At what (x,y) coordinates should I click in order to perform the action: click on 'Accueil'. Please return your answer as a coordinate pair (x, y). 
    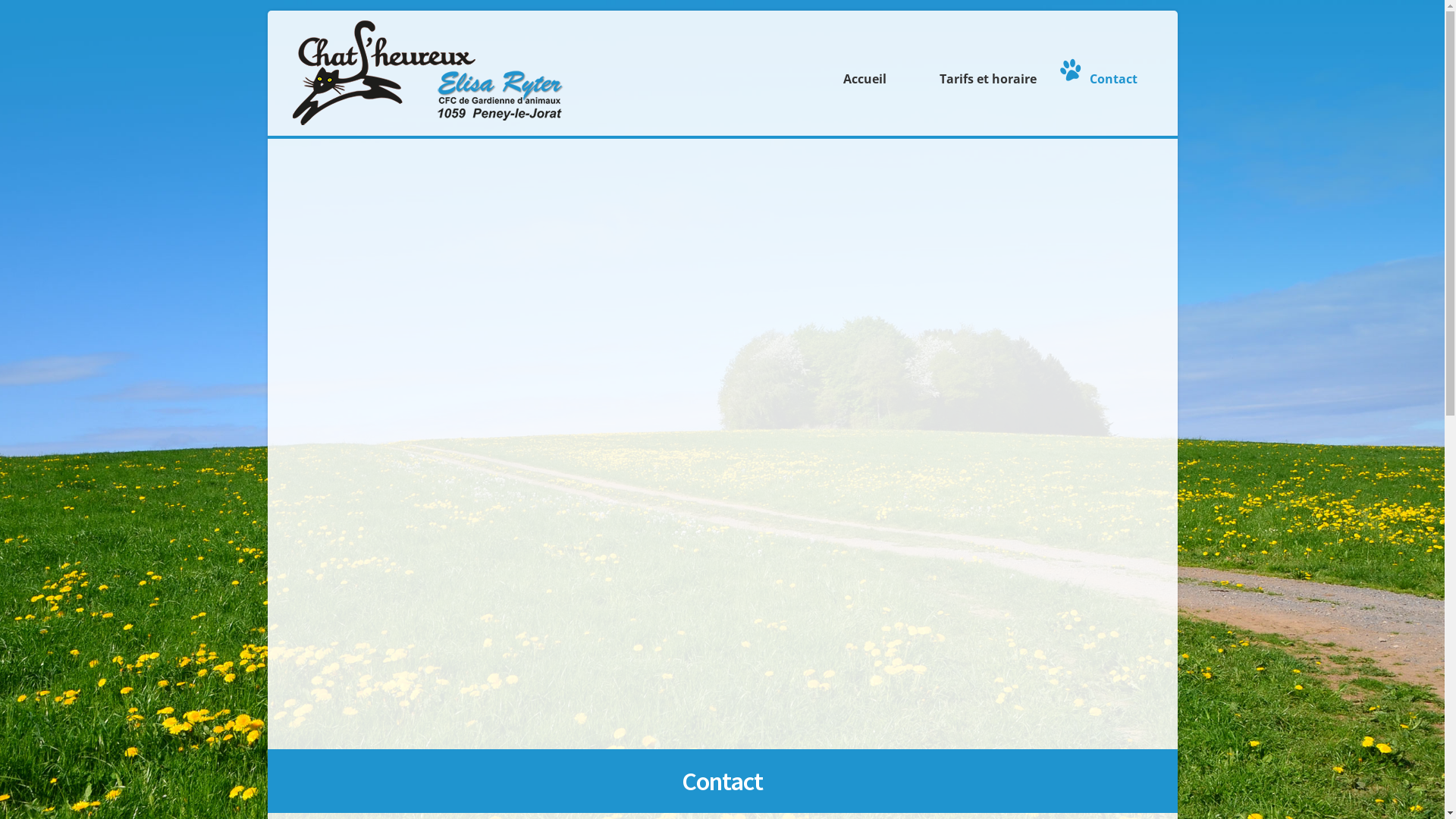
    Looking at the image, I should click on (861, 70).